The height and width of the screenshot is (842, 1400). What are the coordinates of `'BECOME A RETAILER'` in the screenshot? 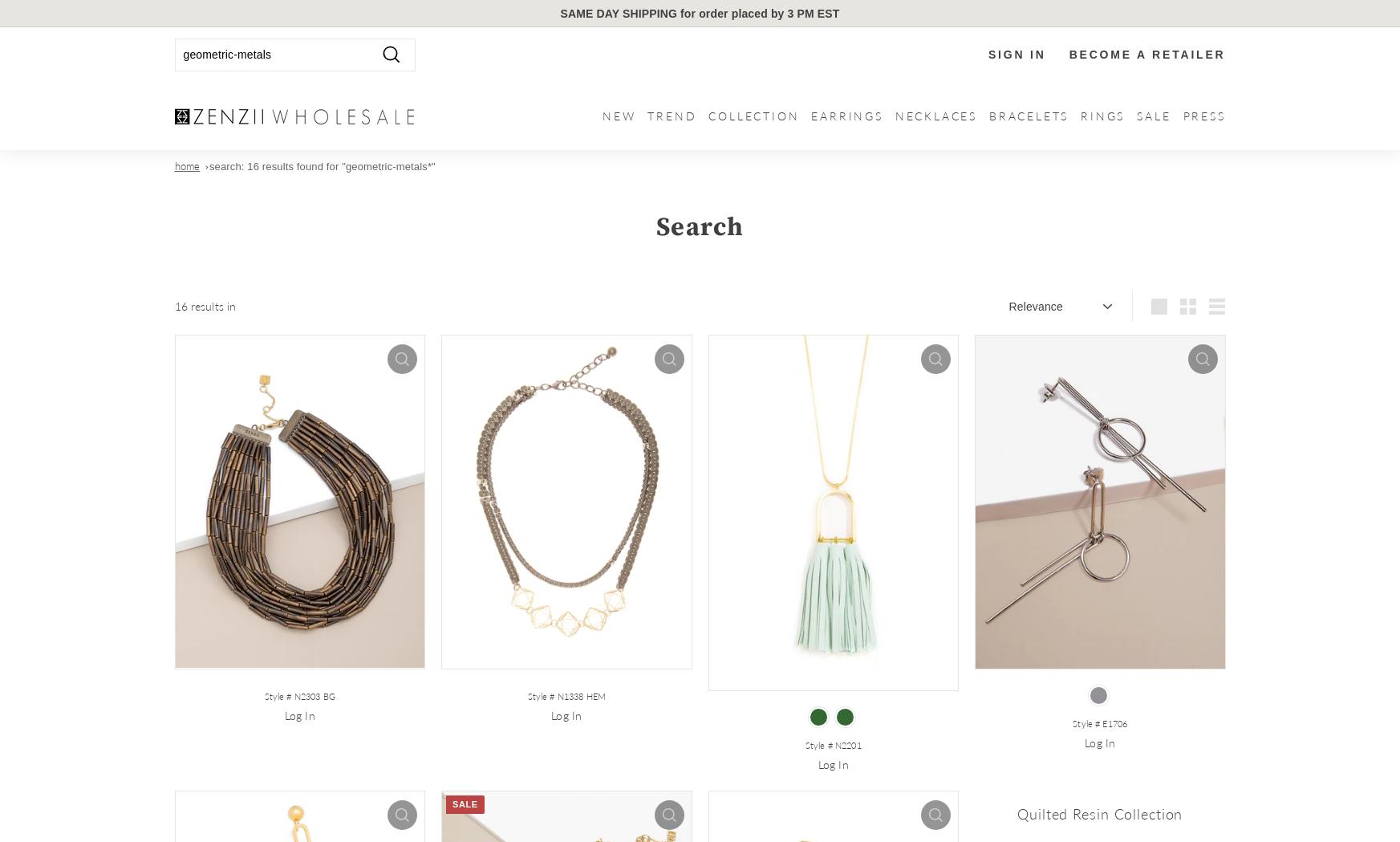 It's located at (1146, 54).